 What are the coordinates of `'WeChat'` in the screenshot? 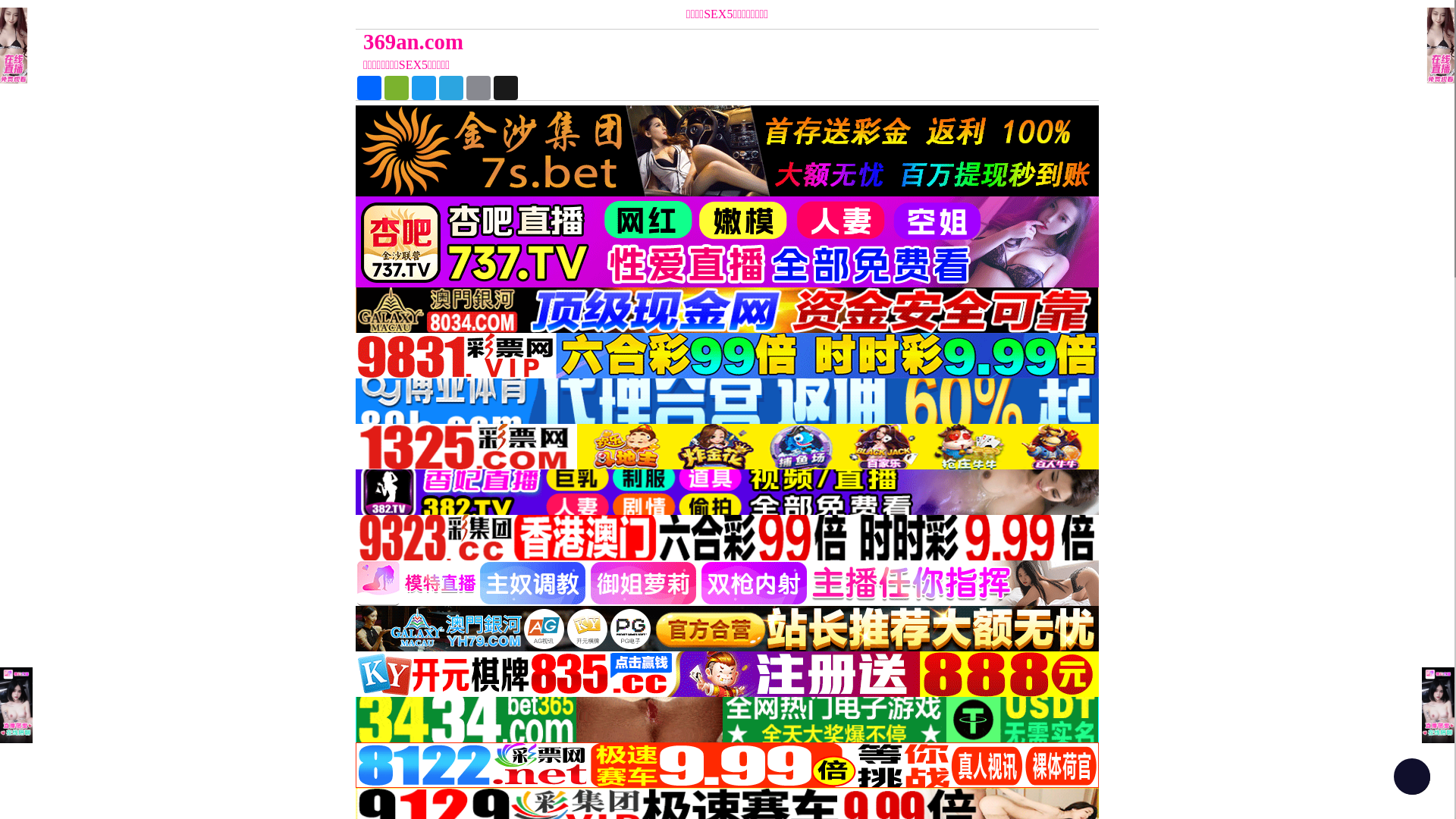 It's located at (397, 87).